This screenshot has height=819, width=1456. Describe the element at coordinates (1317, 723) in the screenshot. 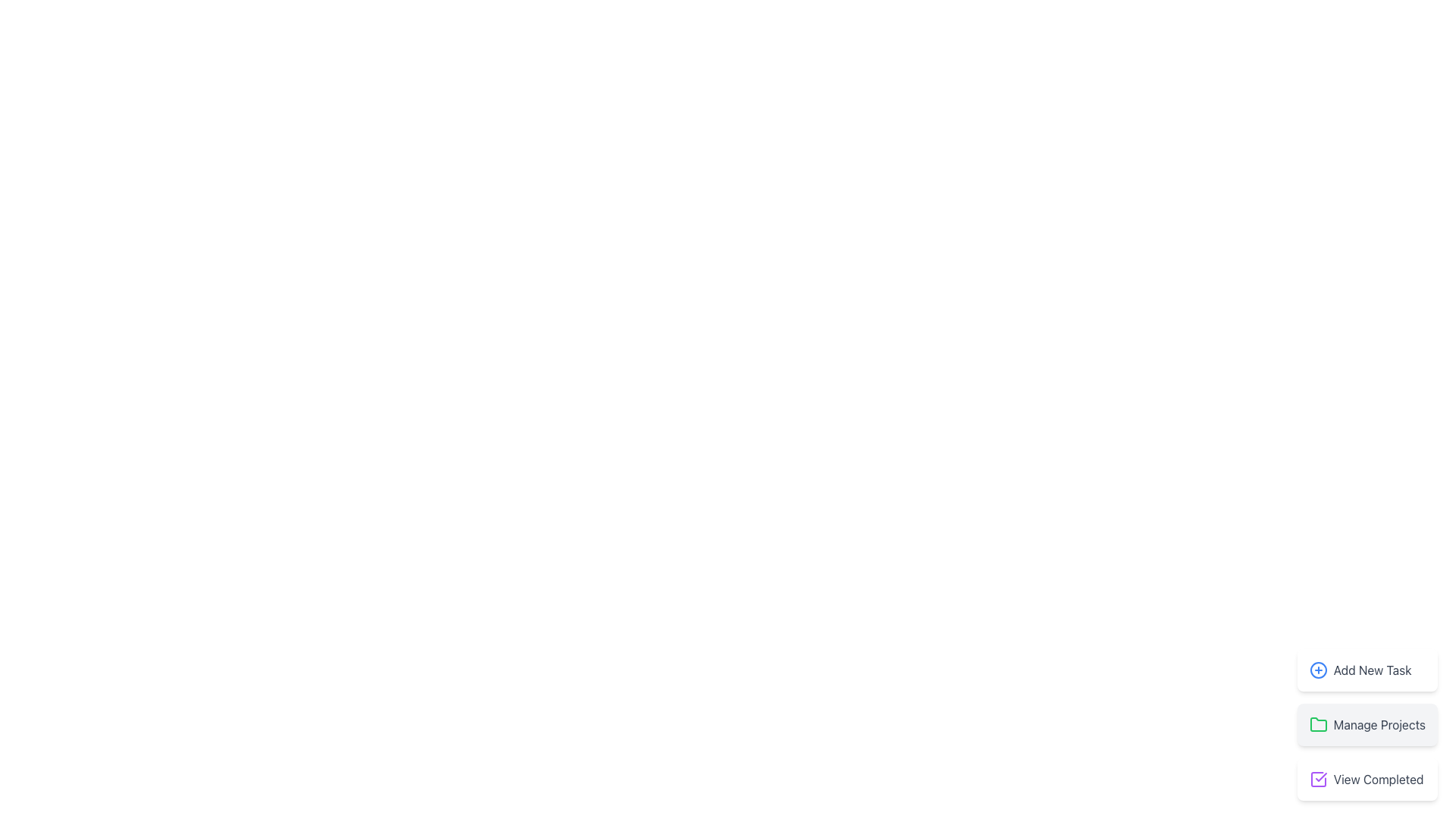

I see `the folder icon, which is part of the 'Manage Projects' button, located in the middle section of the rightmost vertical stack of buttons` at that location.